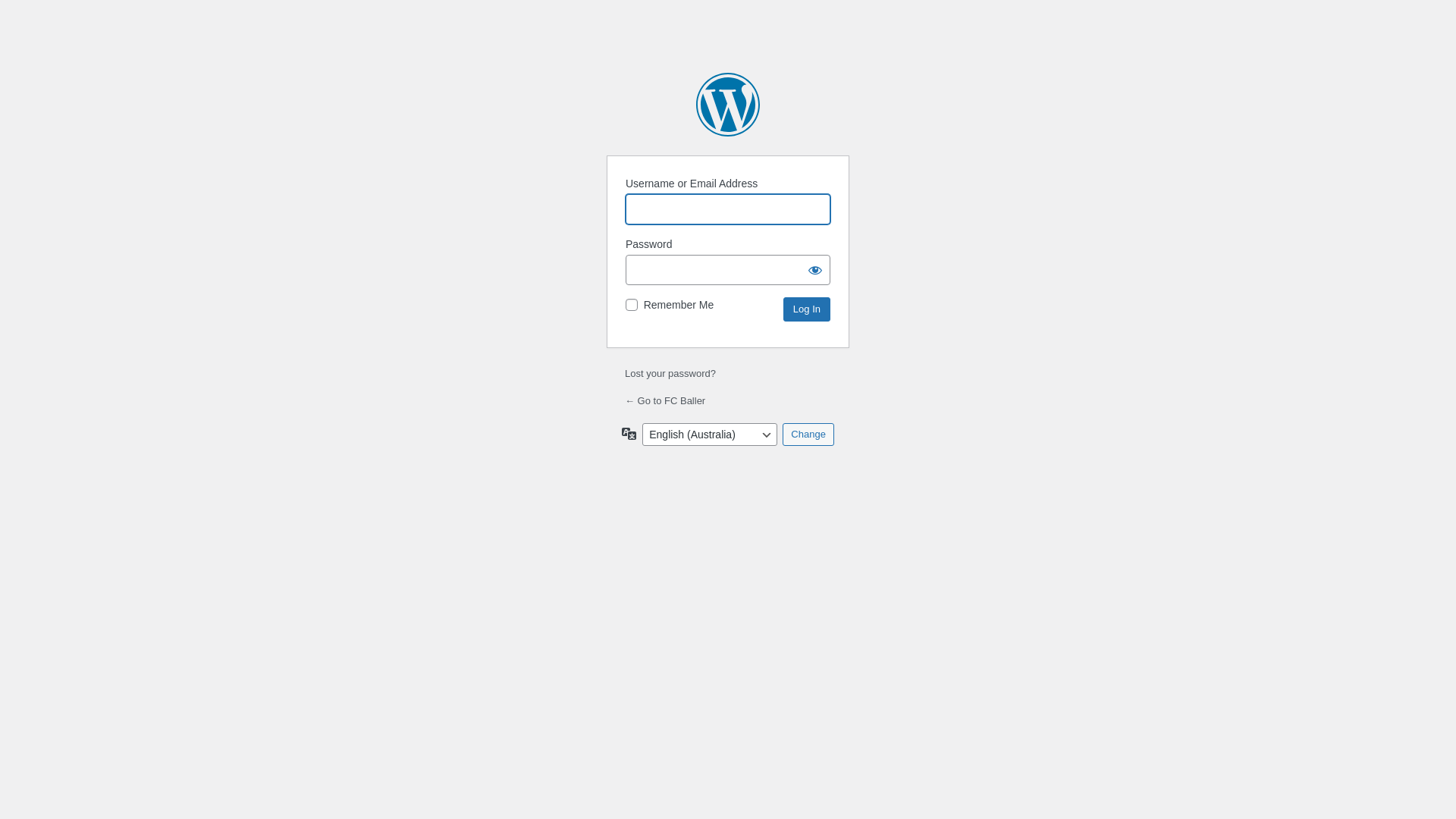  What do you see at coordinates (625, 373) in the screenshot?
I see `'Lost your password?'` at bounding box center [625, 373].